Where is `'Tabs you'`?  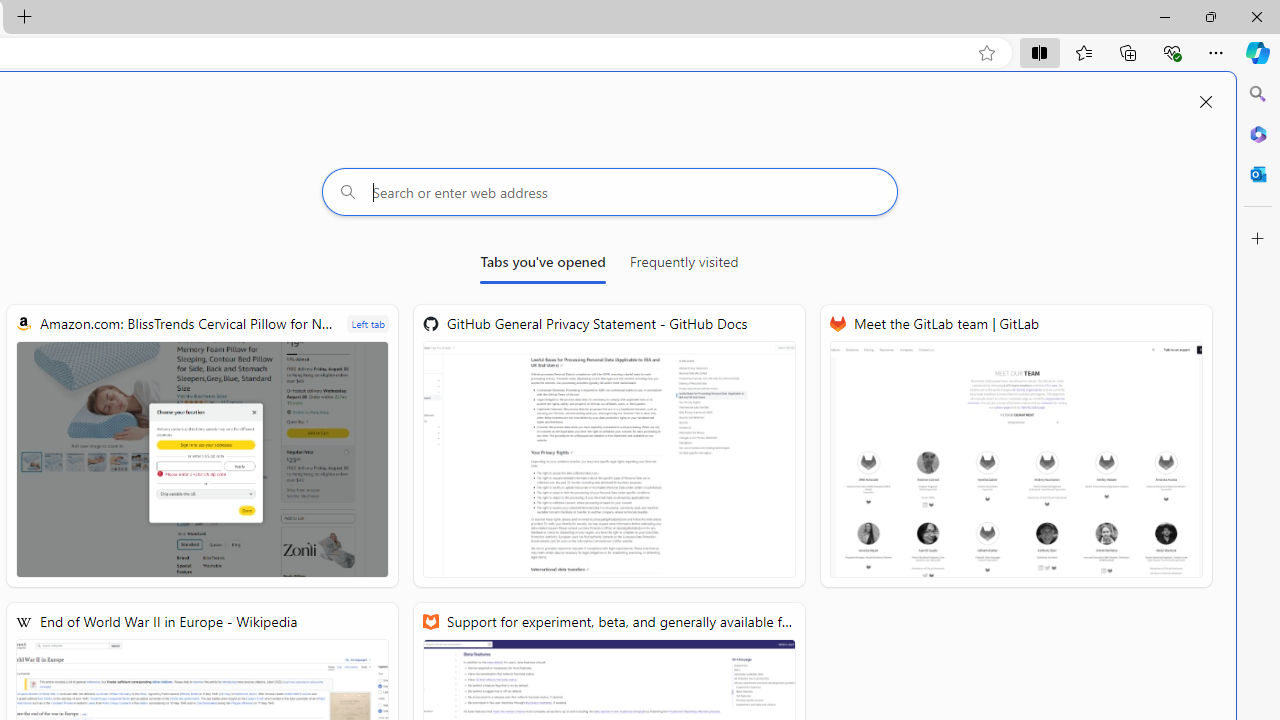 'Tabs you' is located at coordinates (542, 265).